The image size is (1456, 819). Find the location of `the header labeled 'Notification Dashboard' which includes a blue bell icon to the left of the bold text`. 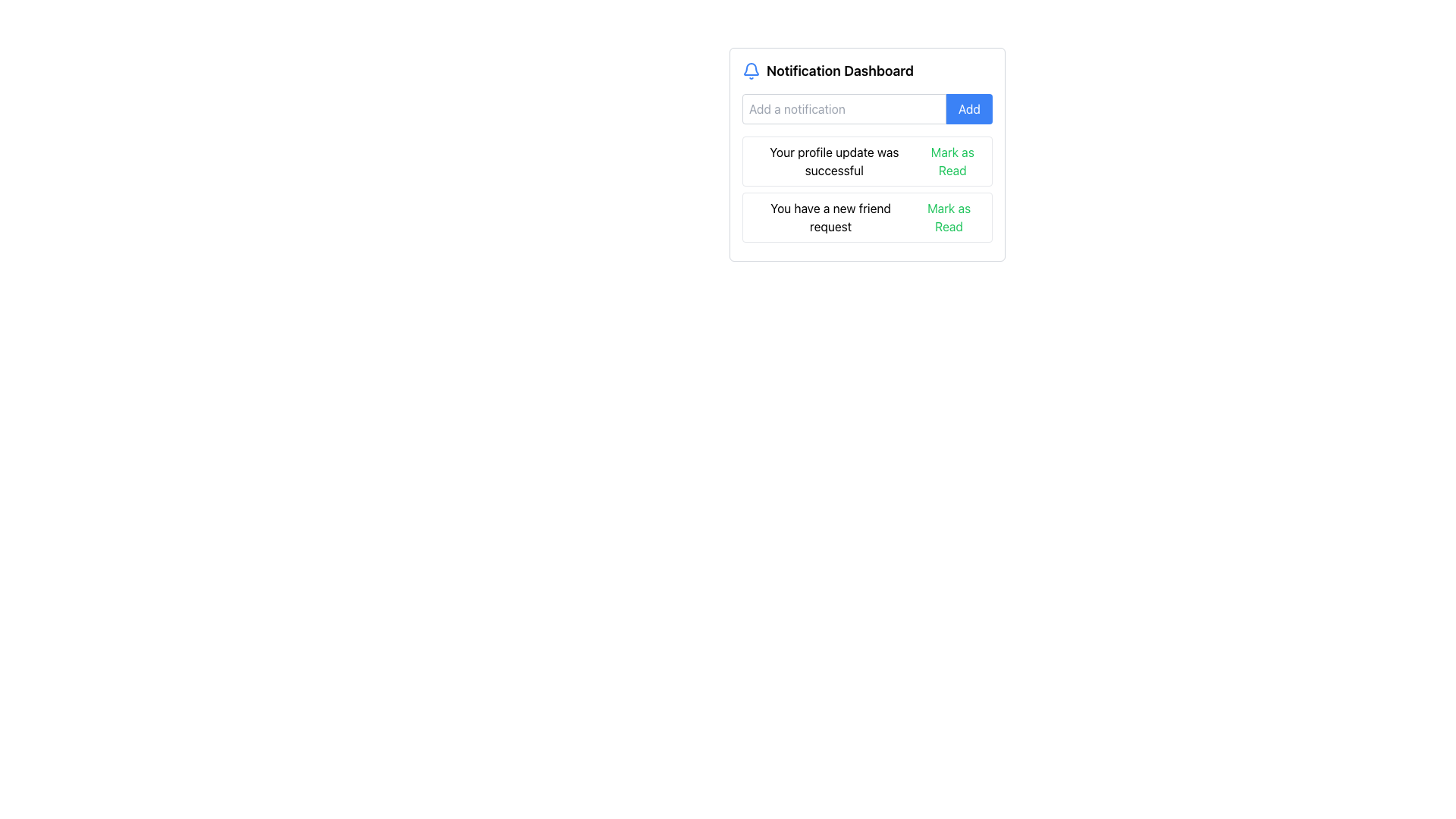

the header labeled 'Notification Dashboard' which includes a blue bell icon to the left of the bold text is located at coordinates (867, 71).